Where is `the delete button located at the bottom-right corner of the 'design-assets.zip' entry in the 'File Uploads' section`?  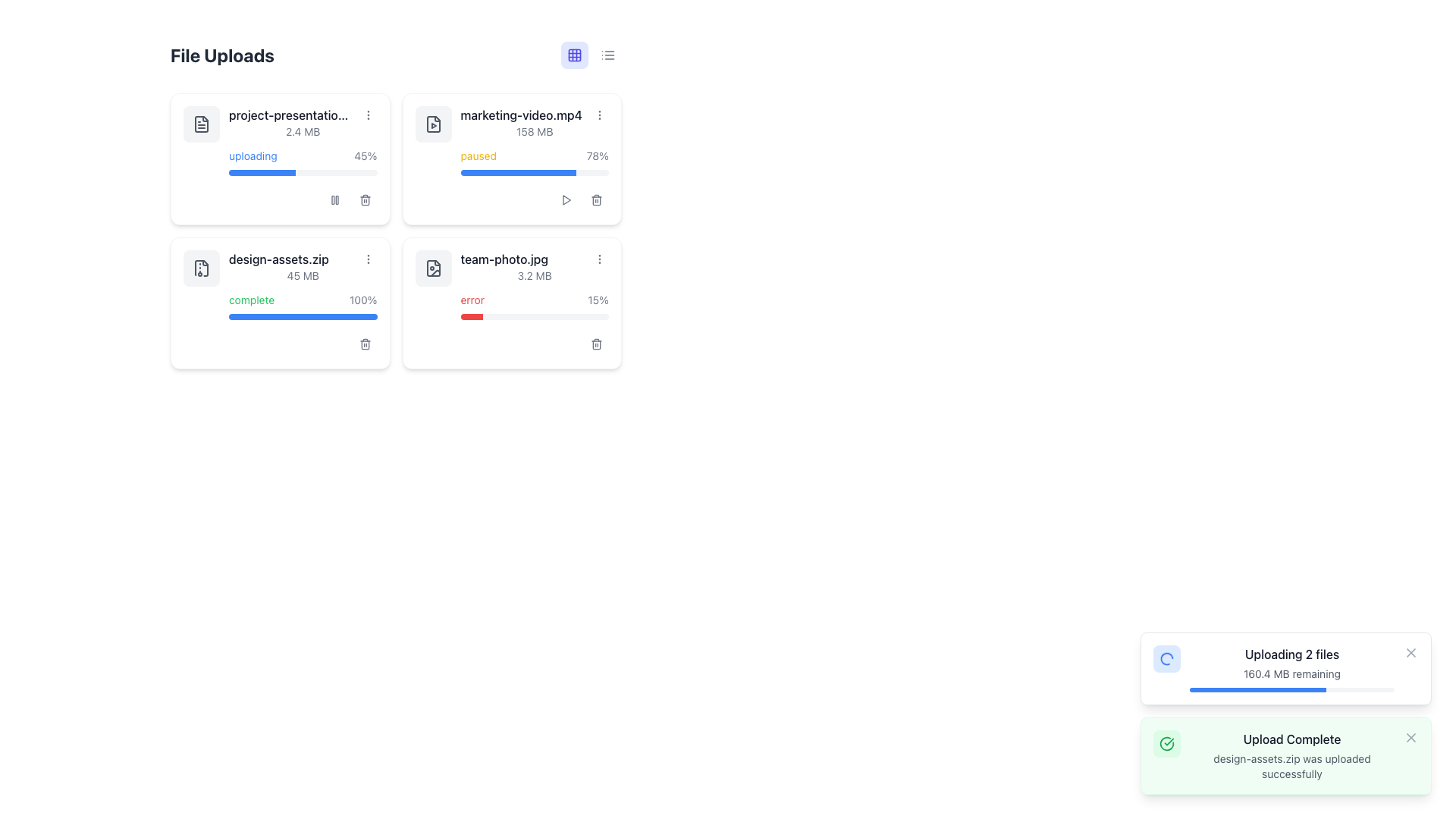
the delete button located at the bottom-right corner of the 'design-assets.zip' entry in the 'File Uploads' section is located at coordinates (365, 344).